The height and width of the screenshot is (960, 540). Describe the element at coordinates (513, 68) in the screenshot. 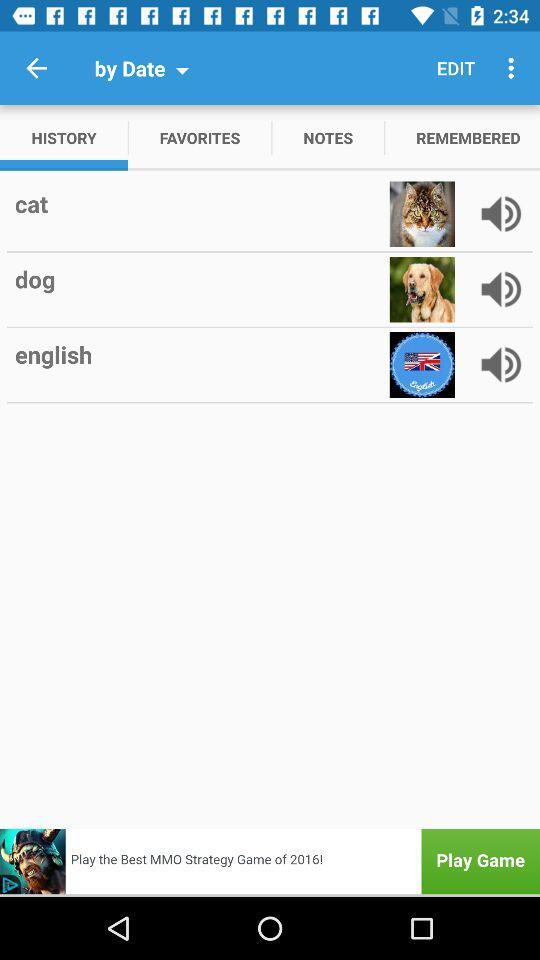

I see `icon to the right of edit item` at that location.